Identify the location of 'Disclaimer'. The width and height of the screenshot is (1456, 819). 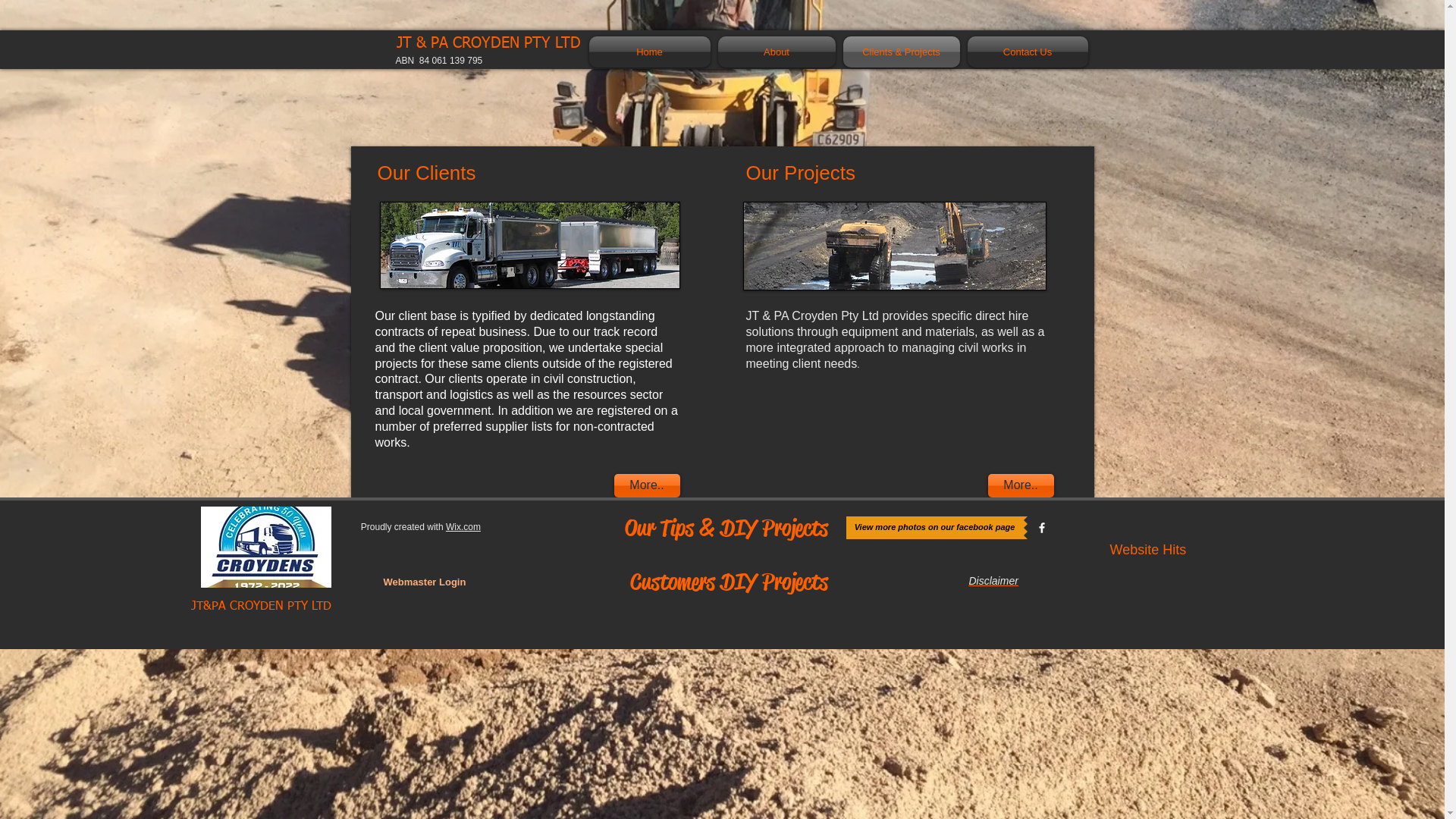
(993, 580).